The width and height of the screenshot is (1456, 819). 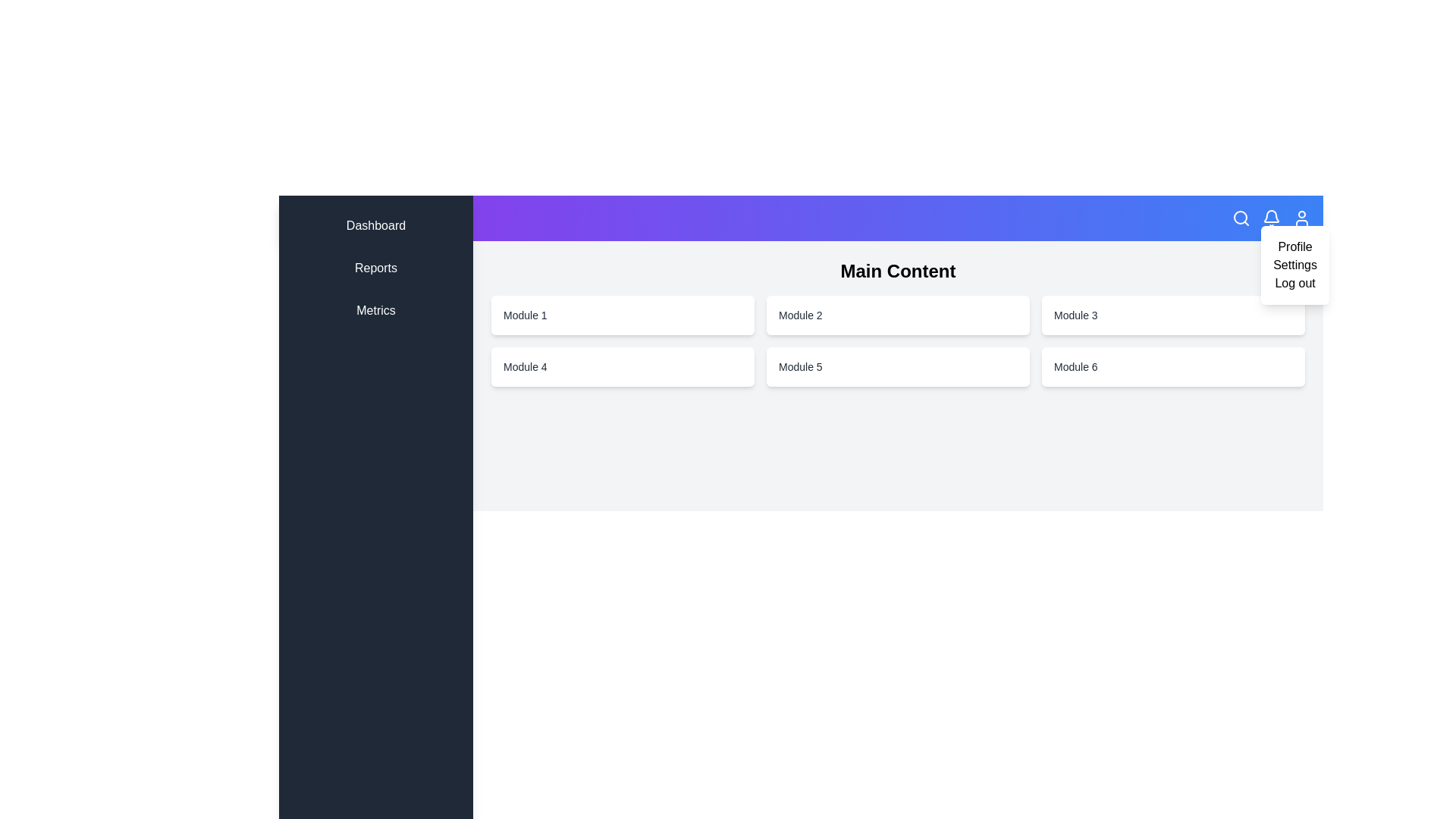 I want to click on the navigation button for 'Metrics' located in the left vertical navigation bar, so click(x=375, y=309).